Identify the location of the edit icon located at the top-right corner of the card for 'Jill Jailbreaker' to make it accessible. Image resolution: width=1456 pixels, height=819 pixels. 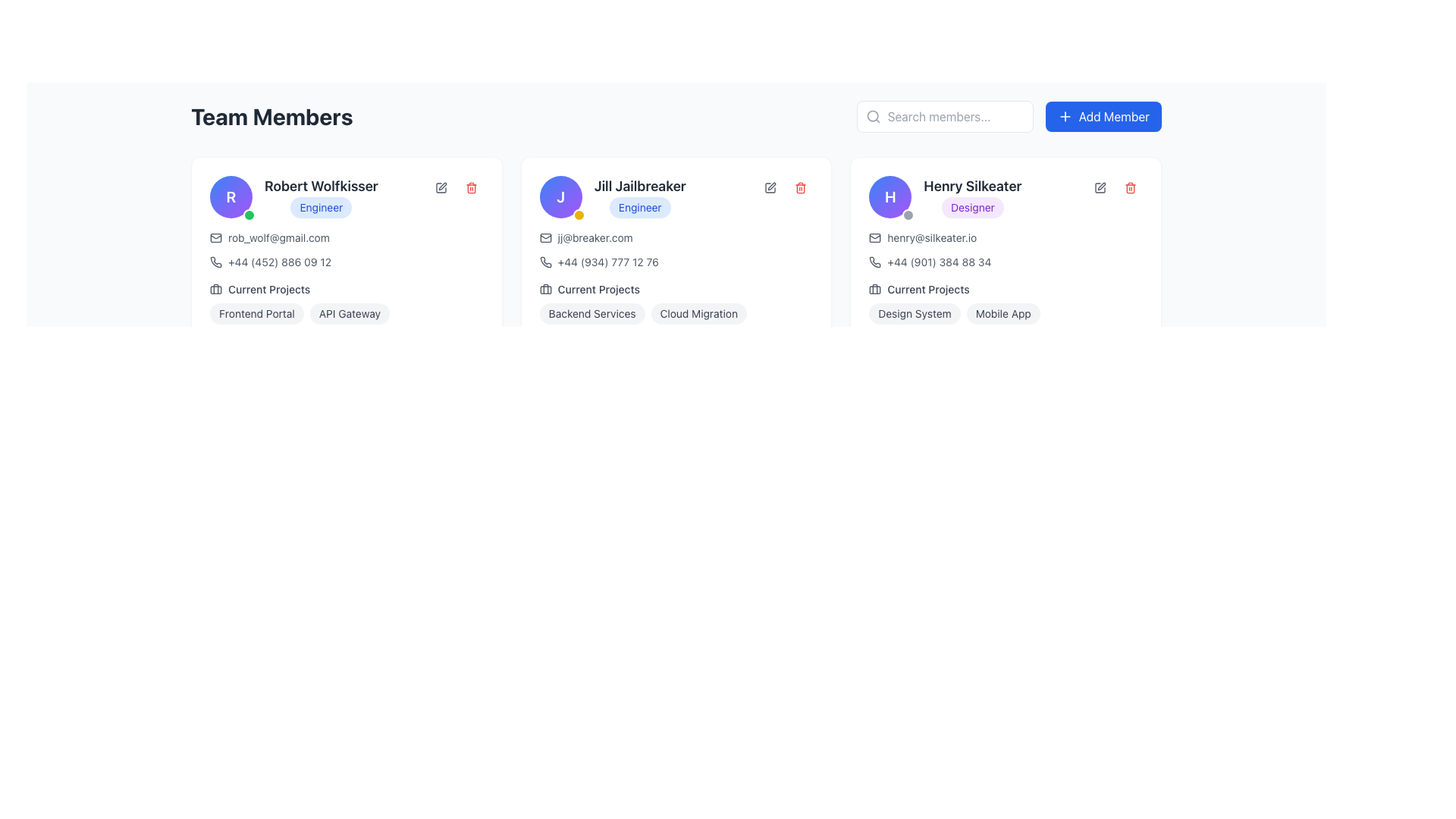
(770, 187).